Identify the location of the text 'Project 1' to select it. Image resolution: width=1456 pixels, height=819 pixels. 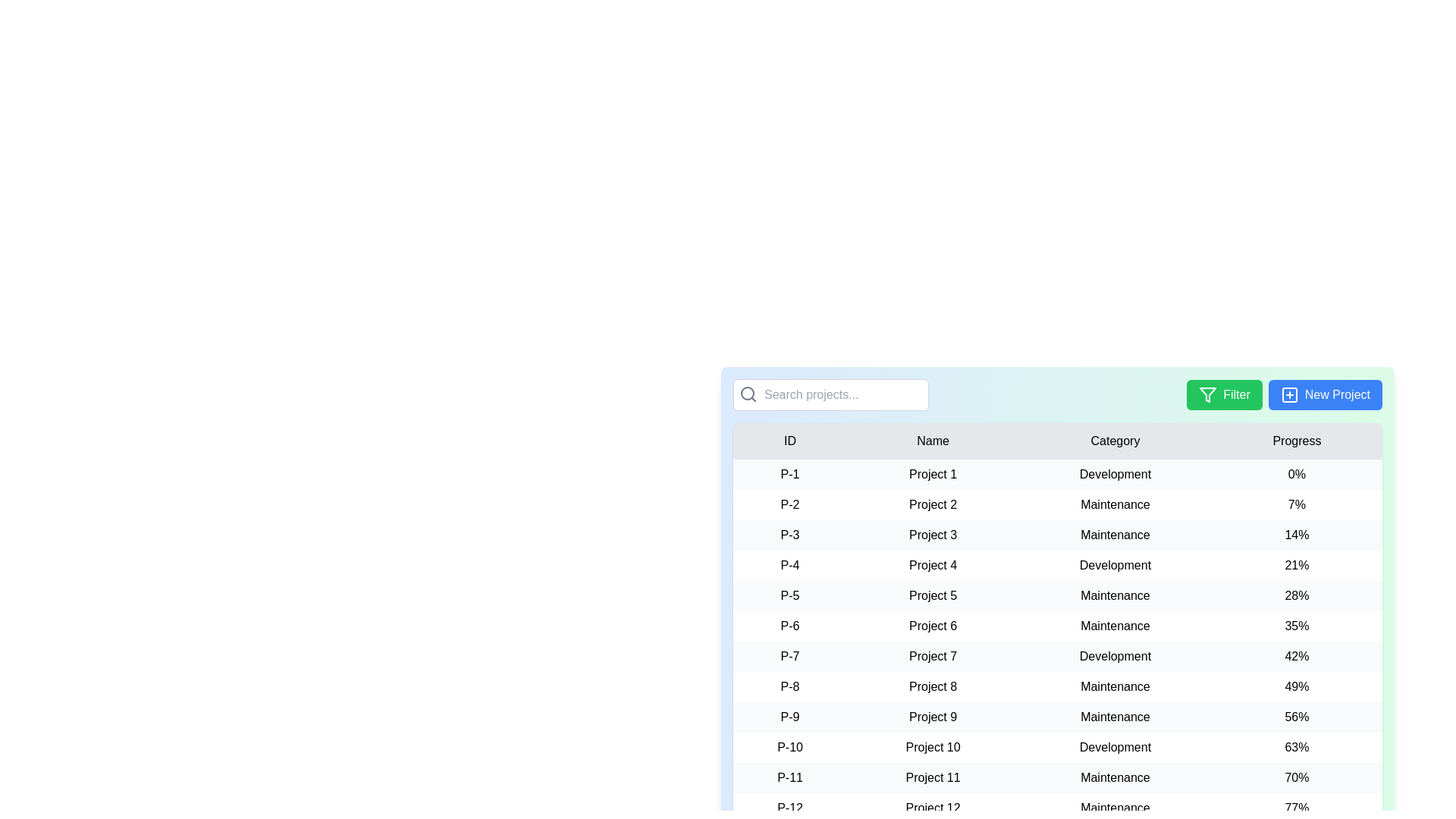
(931, 473).